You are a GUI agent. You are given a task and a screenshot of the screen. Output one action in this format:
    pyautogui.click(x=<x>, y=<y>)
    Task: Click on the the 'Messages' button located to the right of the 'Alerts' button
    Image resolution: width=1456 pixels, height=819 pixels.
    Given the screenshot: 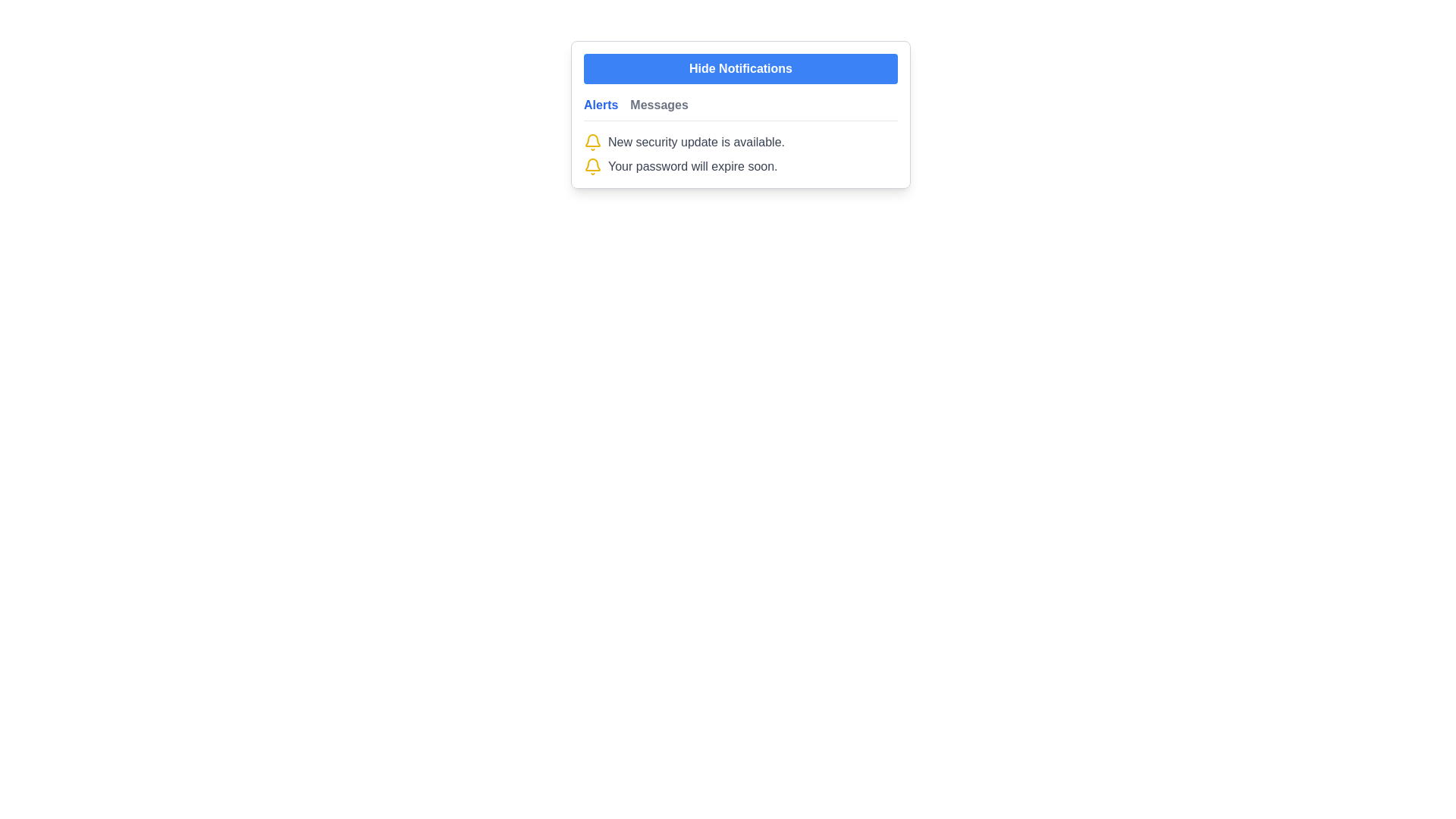 What is the action you would take?
    pyautogui.click(x=659, y=104)
    